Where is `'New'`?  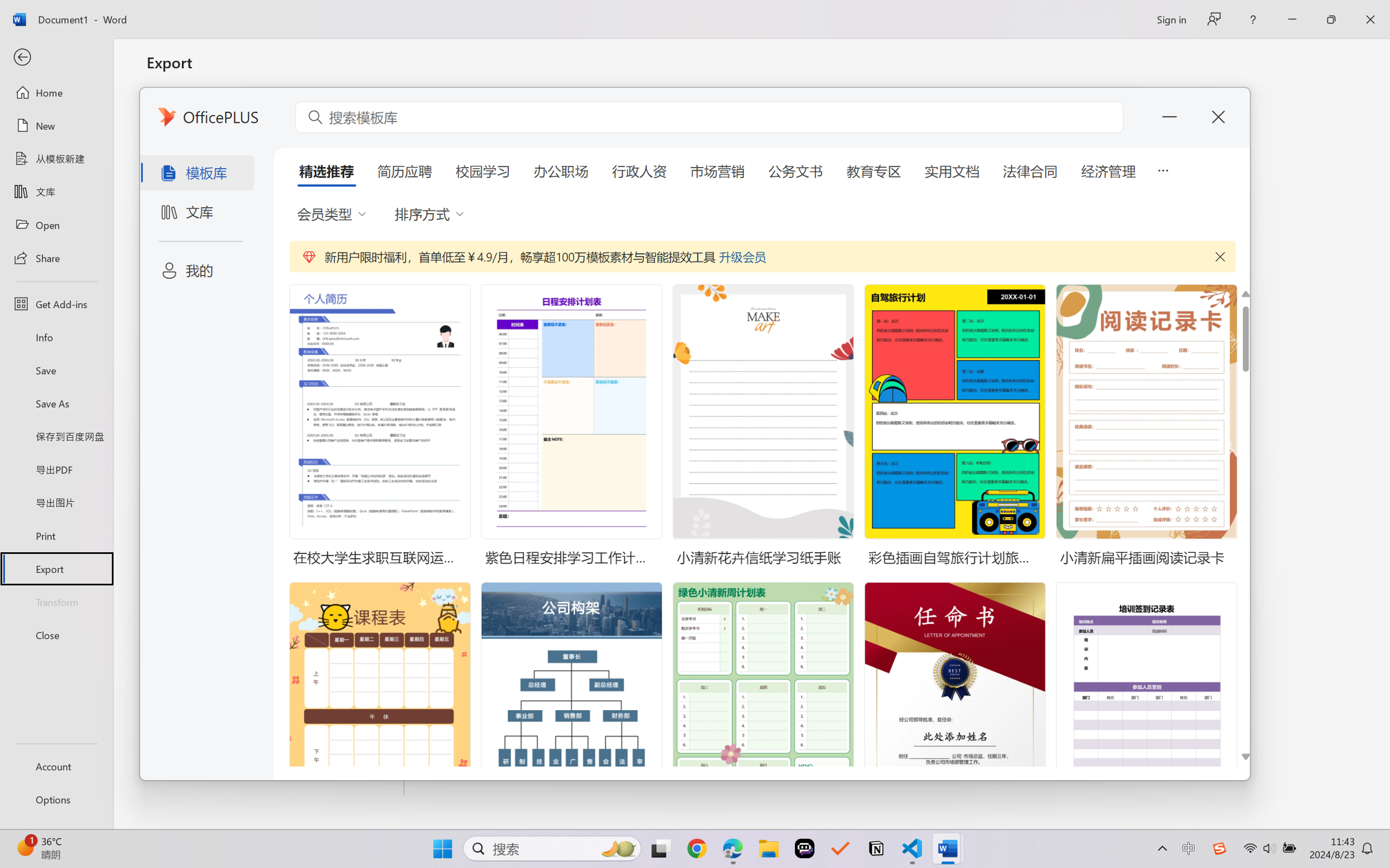
'New' is located at coordinates (56, 125).